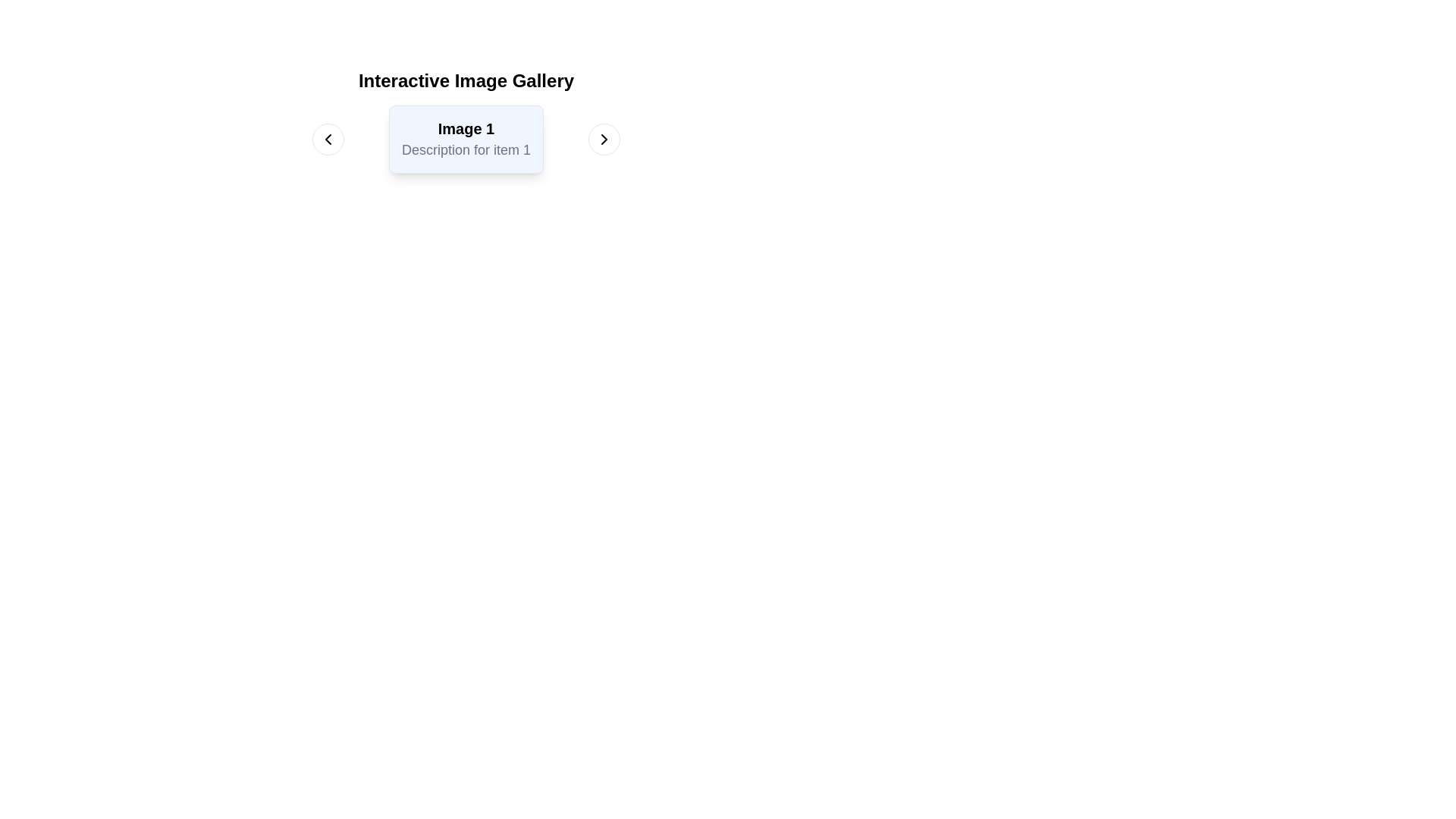 Image resolution: width=1456 pixels, height=819 pixels. Describe the element at coordinates (327, 140) in the screenshot. I see `the left arrow icon button located in the top-left quadrant of the interface` at that location.